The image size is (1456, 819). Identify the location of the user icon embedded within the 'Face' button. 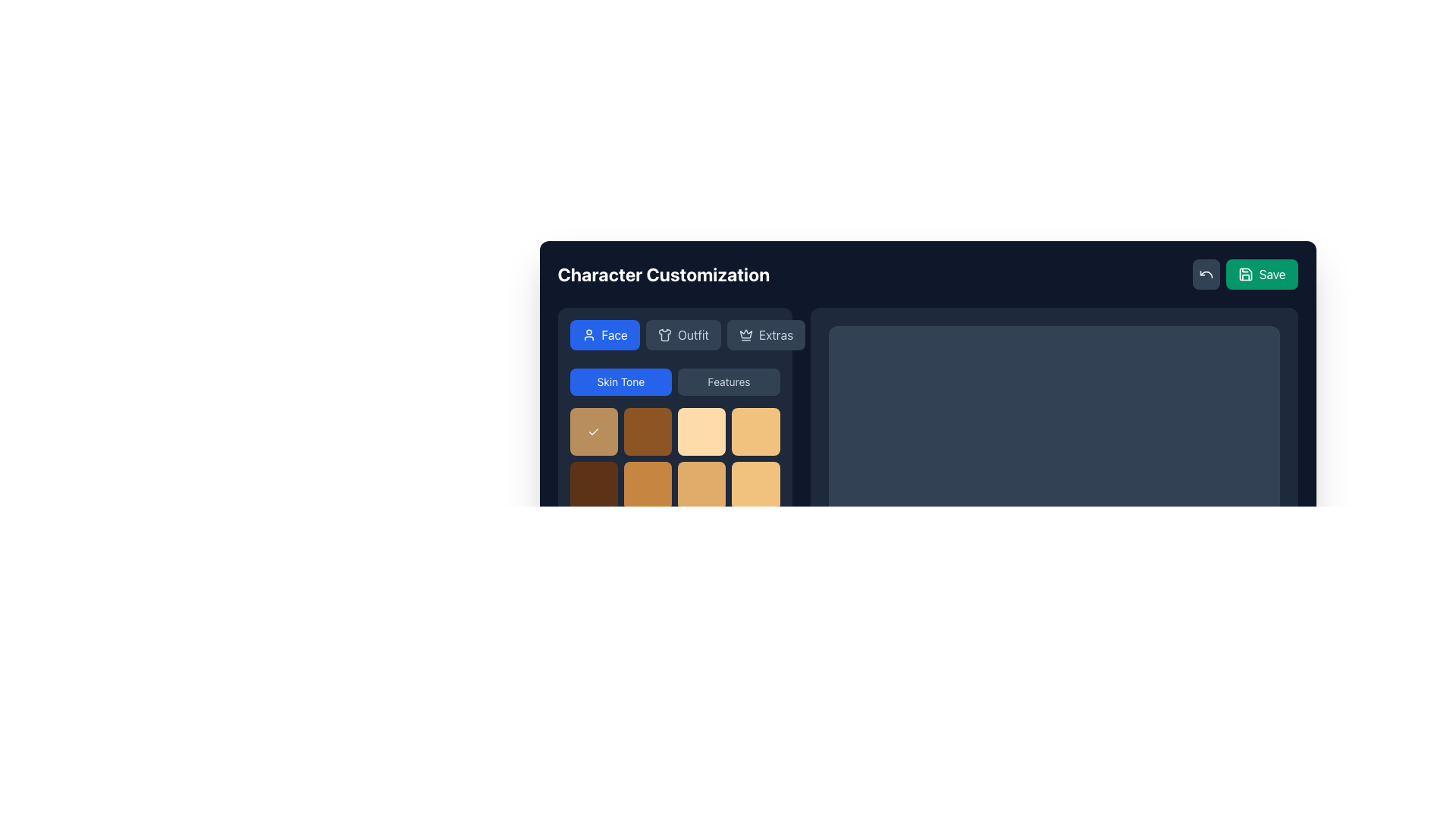
(588, 334).